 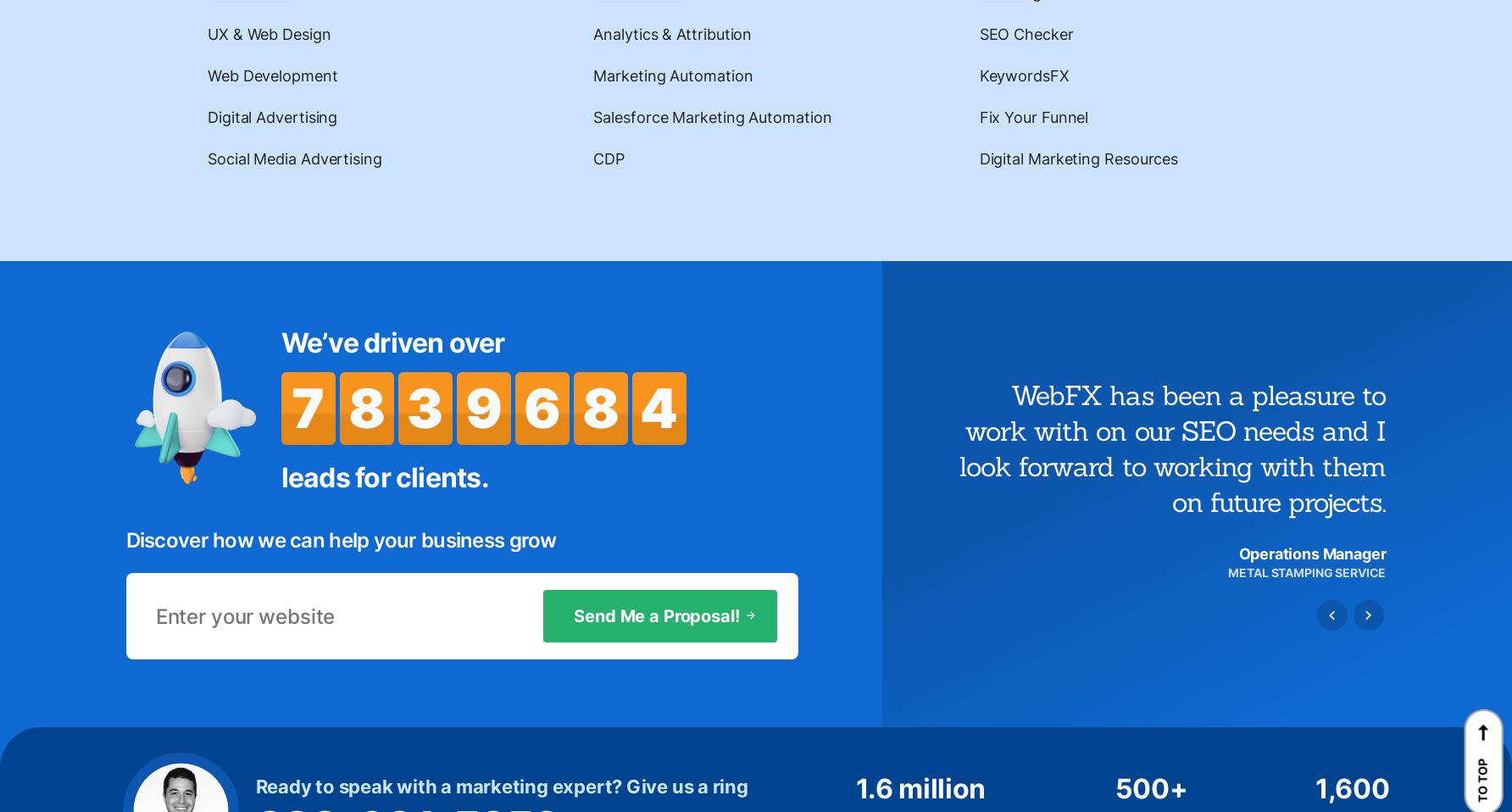 What do you see at coordinates (651, 425) in the screenshot?
I see `'Content Marketing Agency'` at bounding box center [651, 425].